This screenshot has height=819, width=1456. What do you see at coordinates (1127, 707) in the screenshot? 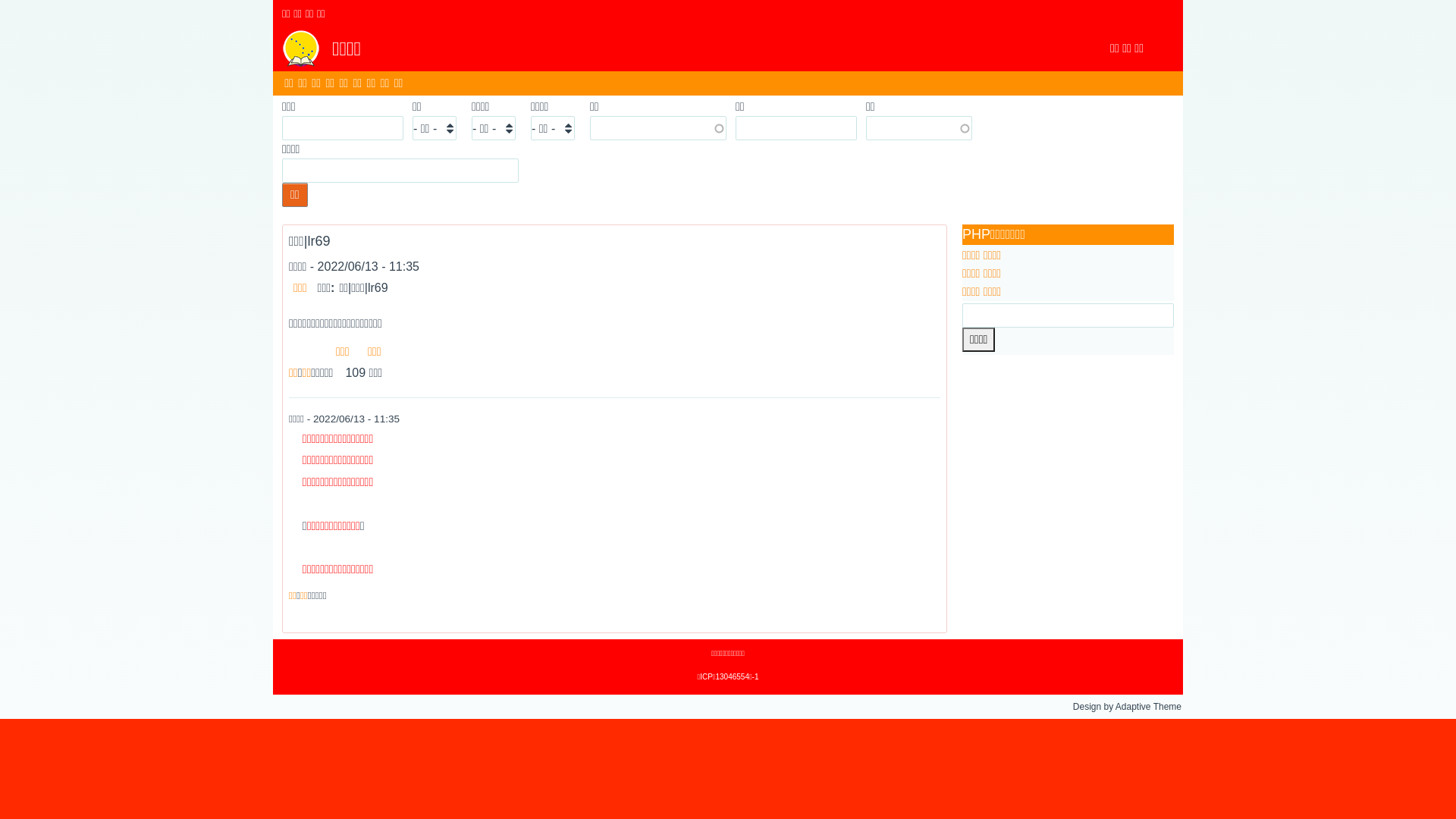
I see `'Design by Adaptive Theme'` at bounding box center [1127, 707].